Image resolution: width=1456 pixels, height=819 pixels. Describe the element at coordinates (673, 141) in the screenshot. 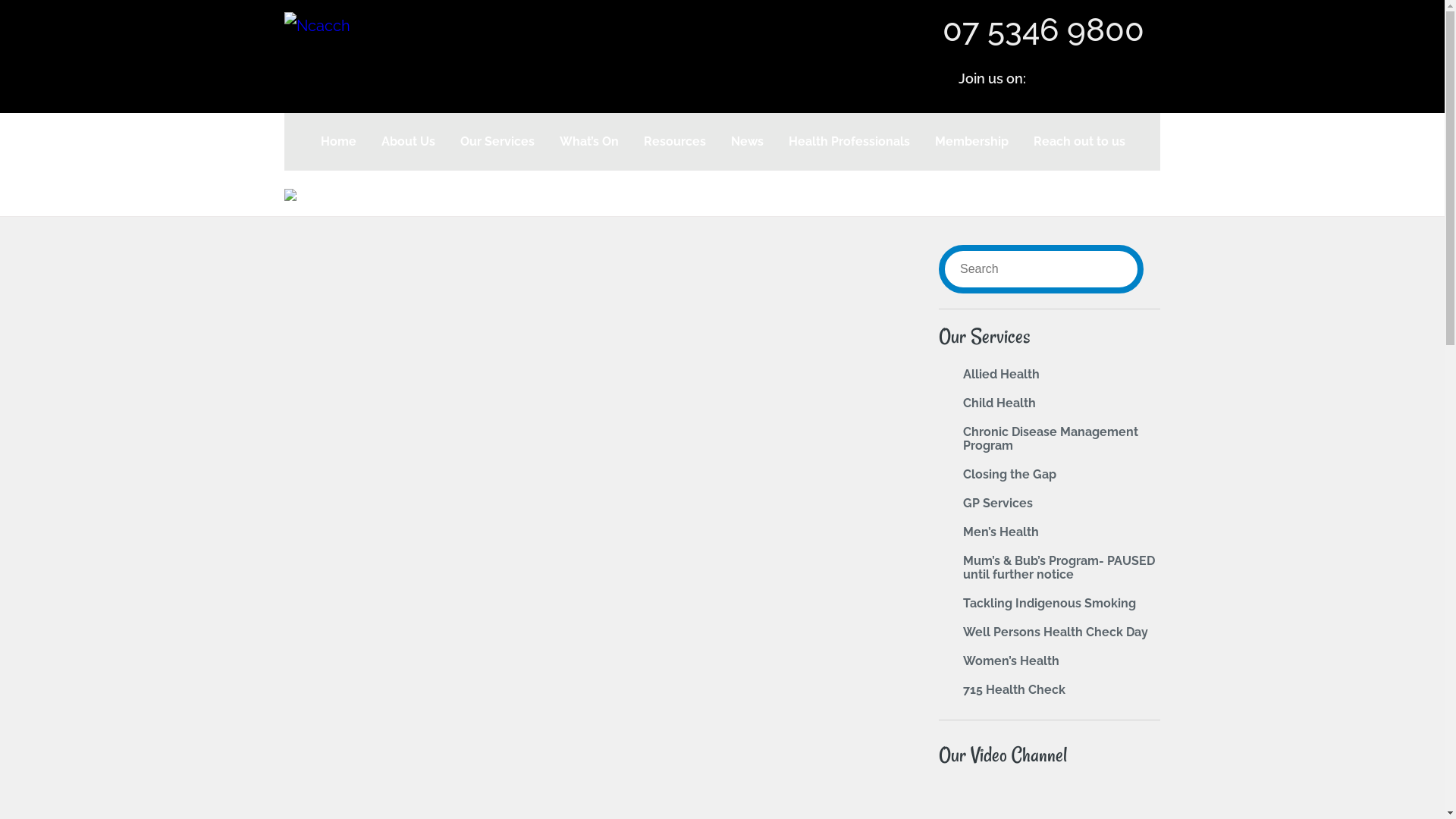

I see `'Resources'` at that location.